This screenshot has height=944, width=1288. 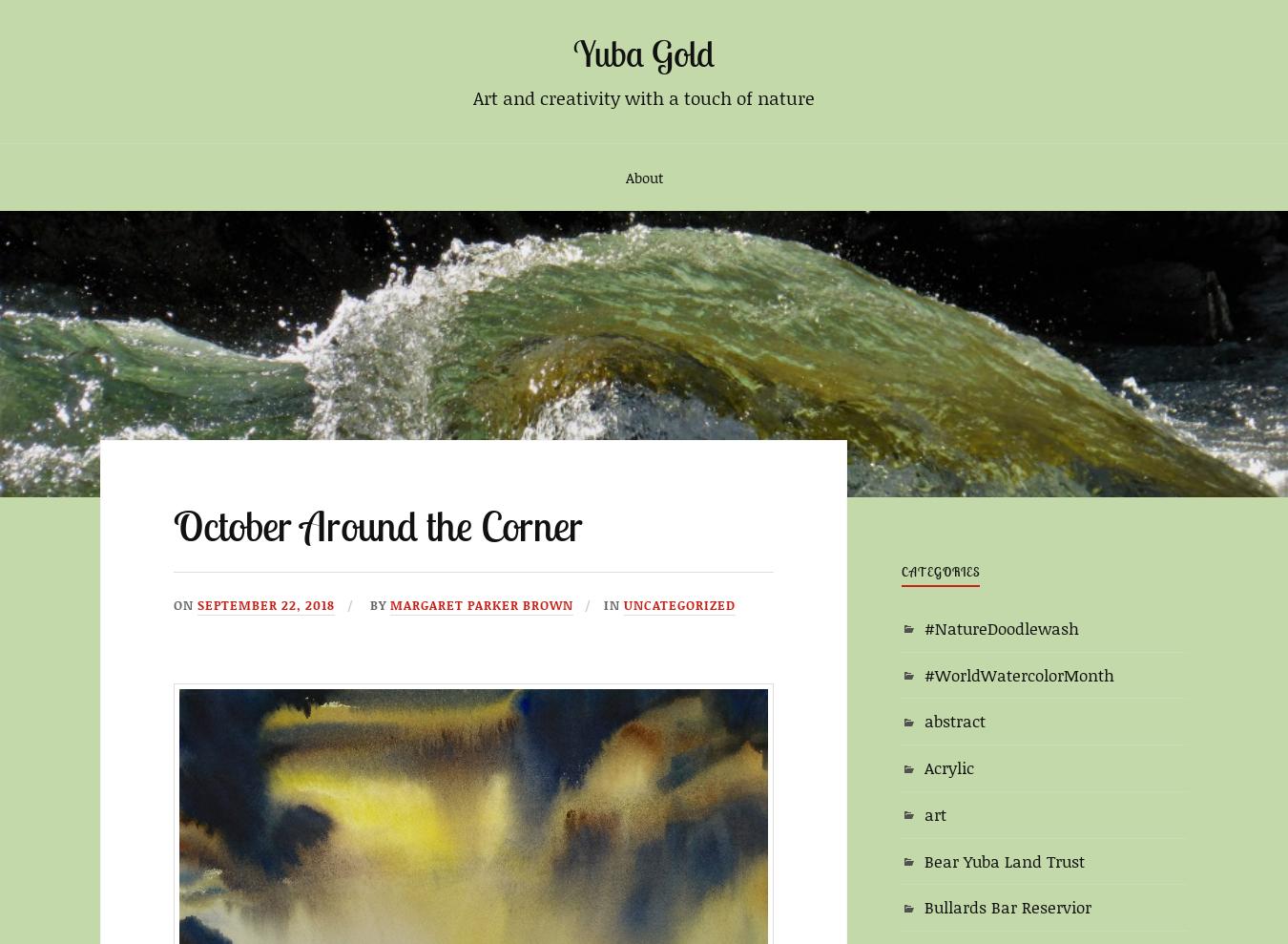 What do you see at coordinates (924, 766) in the screenshot?
I see `'Acrylic'` at bounding box center [924, 766].